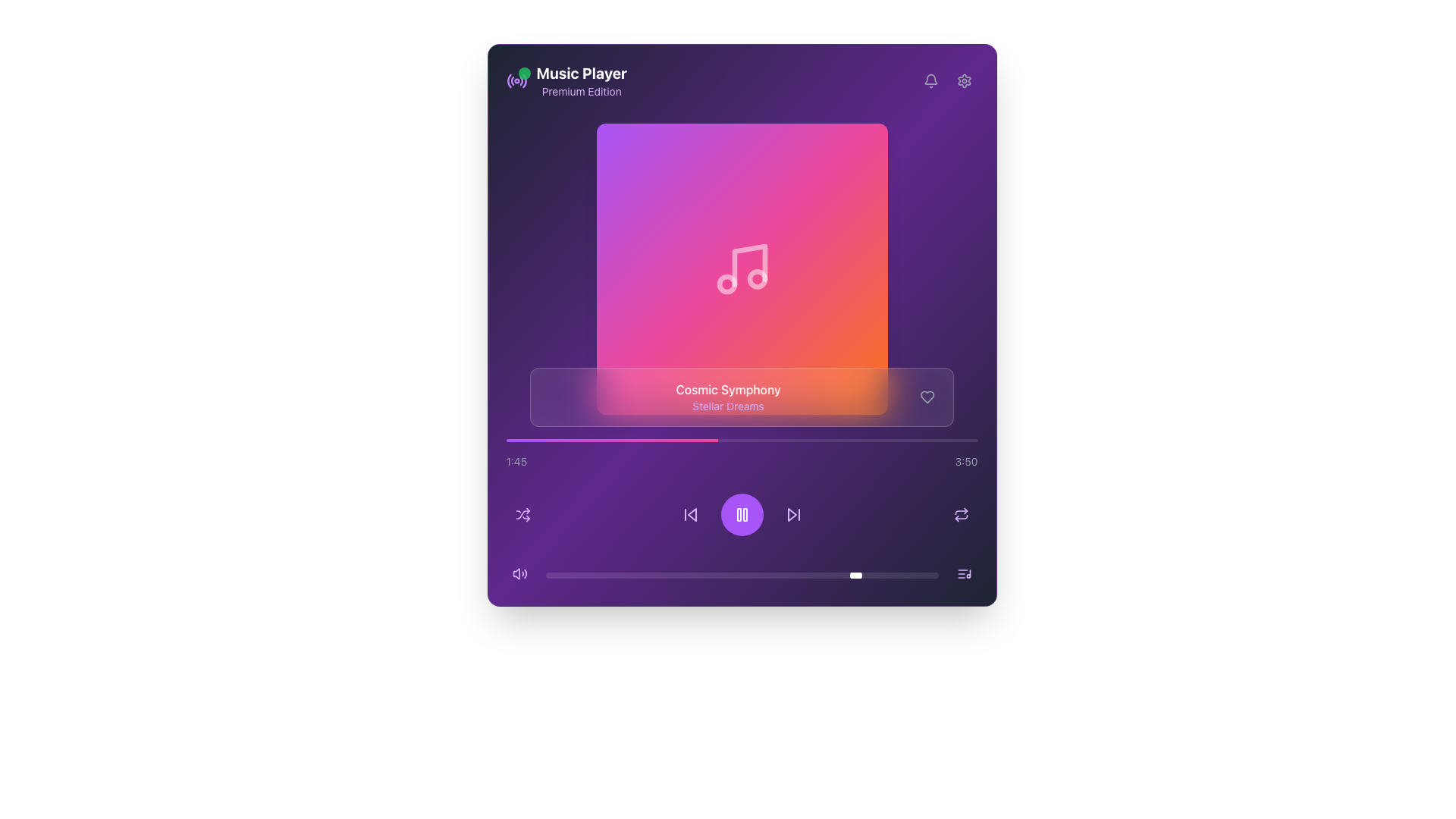 The height and width of the screenshot is (819, 1456). I want to click on the purple music note icon button located at the bottom right corner of the interface, so click(963, 573).